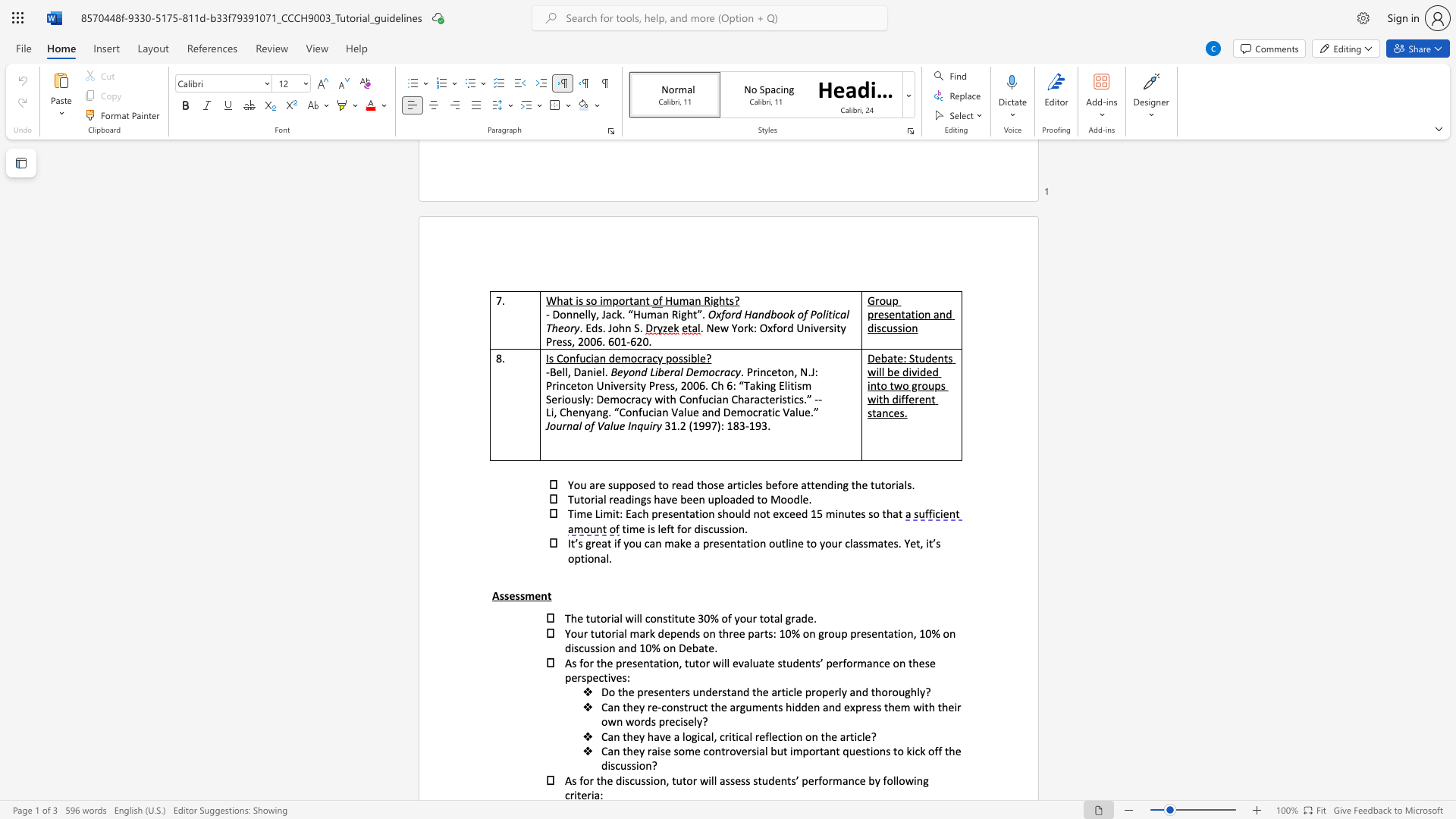 The width and height of the screenshot is (1456, 819). I want to click on the subset text "reat if you can make a presentation outl" within the text "great if you can make a presentation outline to your classmates. Yet,", so click(590, 542).